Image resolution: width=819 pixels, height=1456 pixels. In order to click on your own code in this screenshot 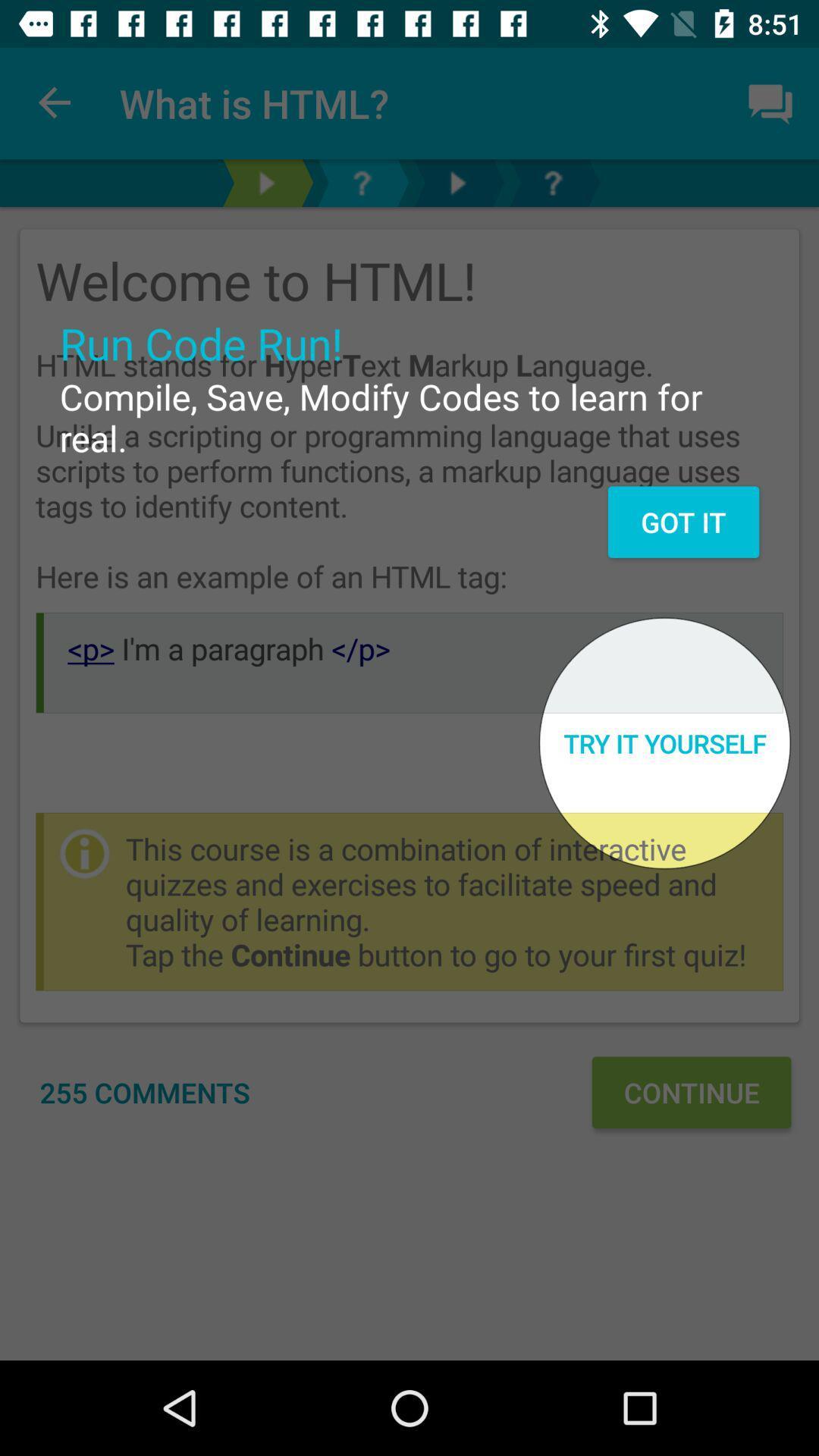, I will do `click(553, 182)`.